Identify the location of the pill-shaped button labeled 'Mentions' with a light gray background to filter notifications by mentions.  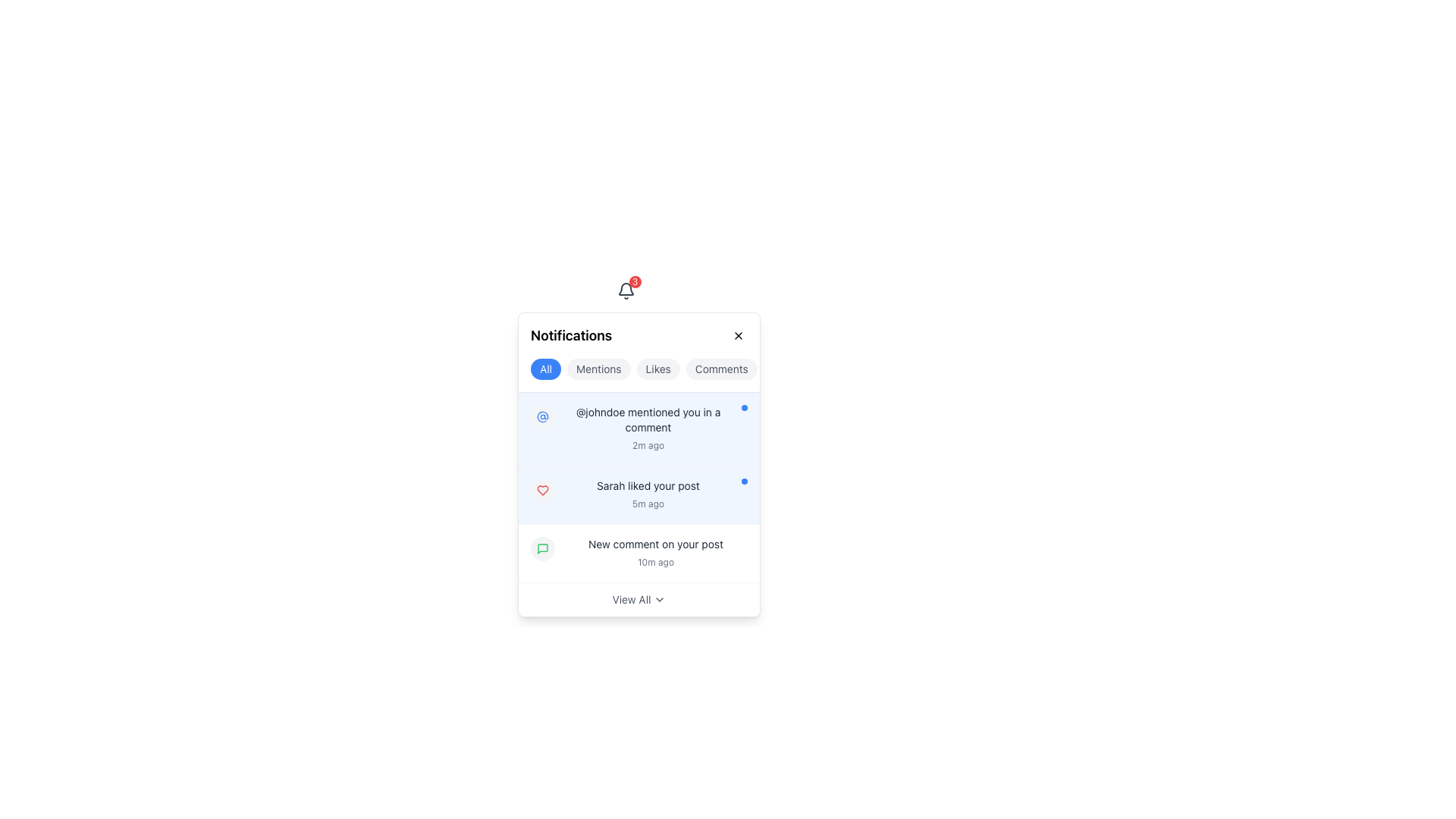
(598, 369).